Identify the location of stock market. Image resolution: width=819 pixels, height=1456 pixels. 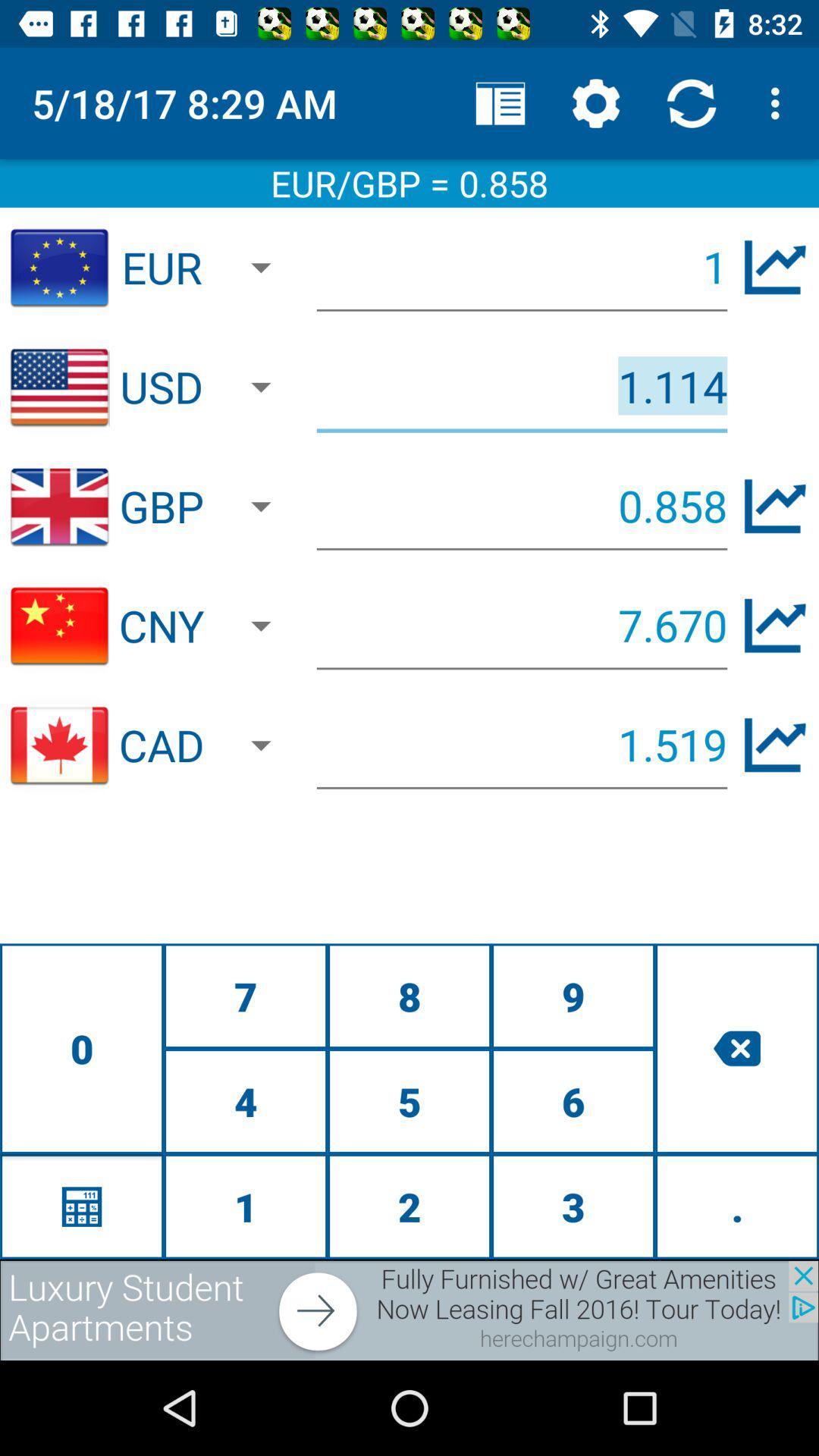
(775, 267).